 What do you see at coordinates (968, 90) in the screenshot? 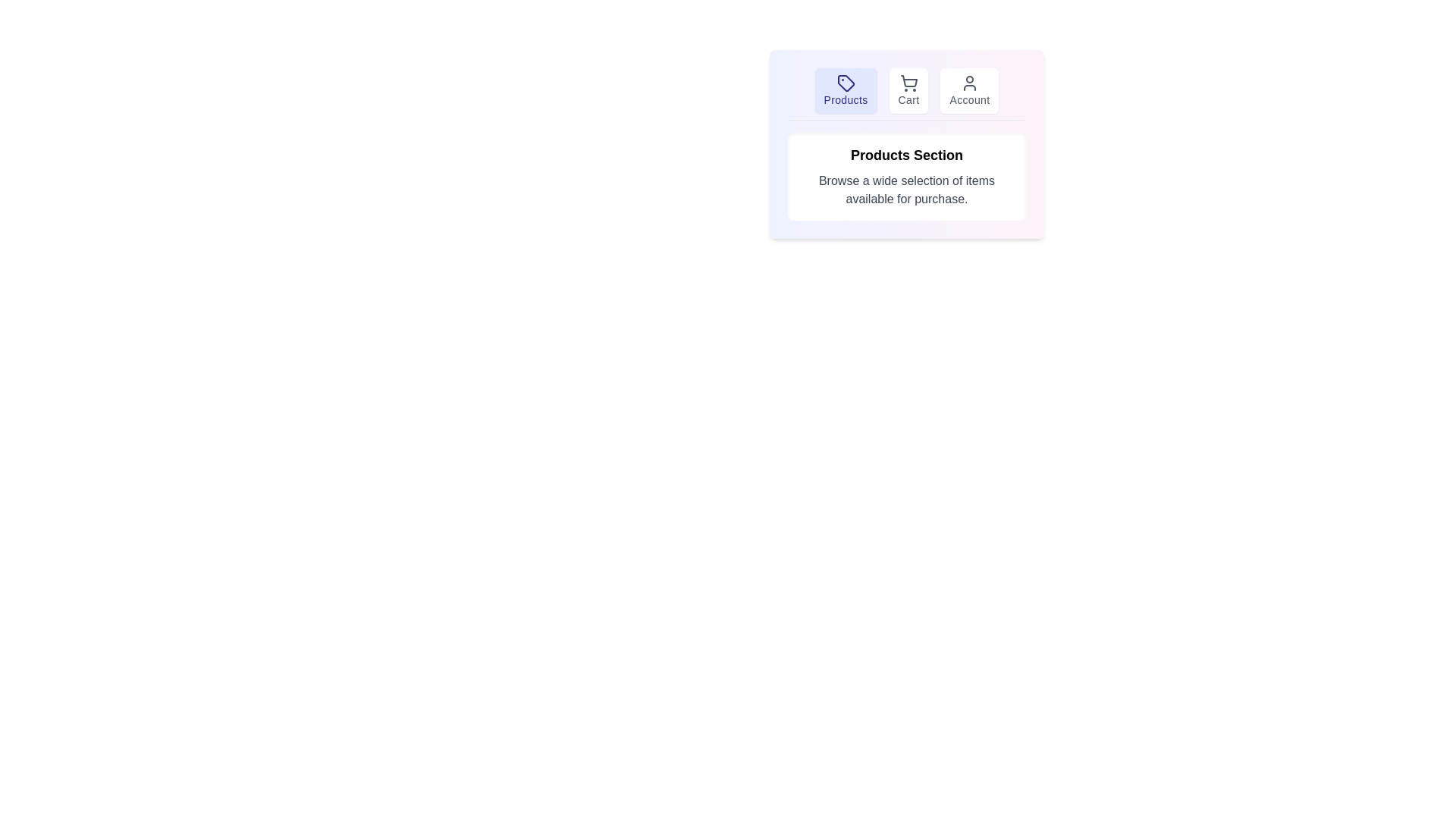
I see `the Account tab to navigate to its content` at bounding box center [968, 90].